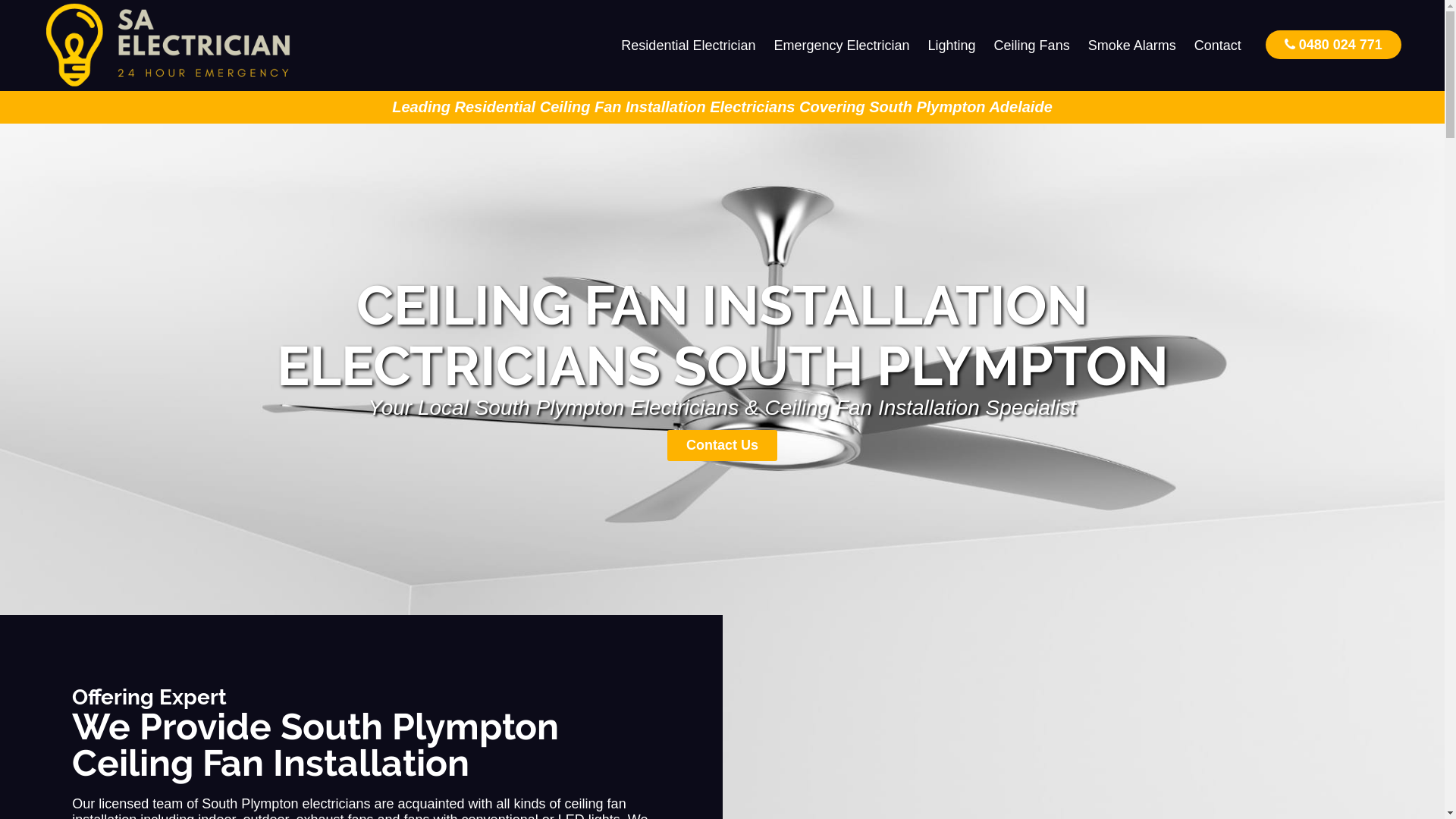 This screenshot has width=1456, height=819. What do you see at coordinates (1131, 45) in the screenshot?
I see `'Smoke Alarms'` at bounding box center [1131, 45].